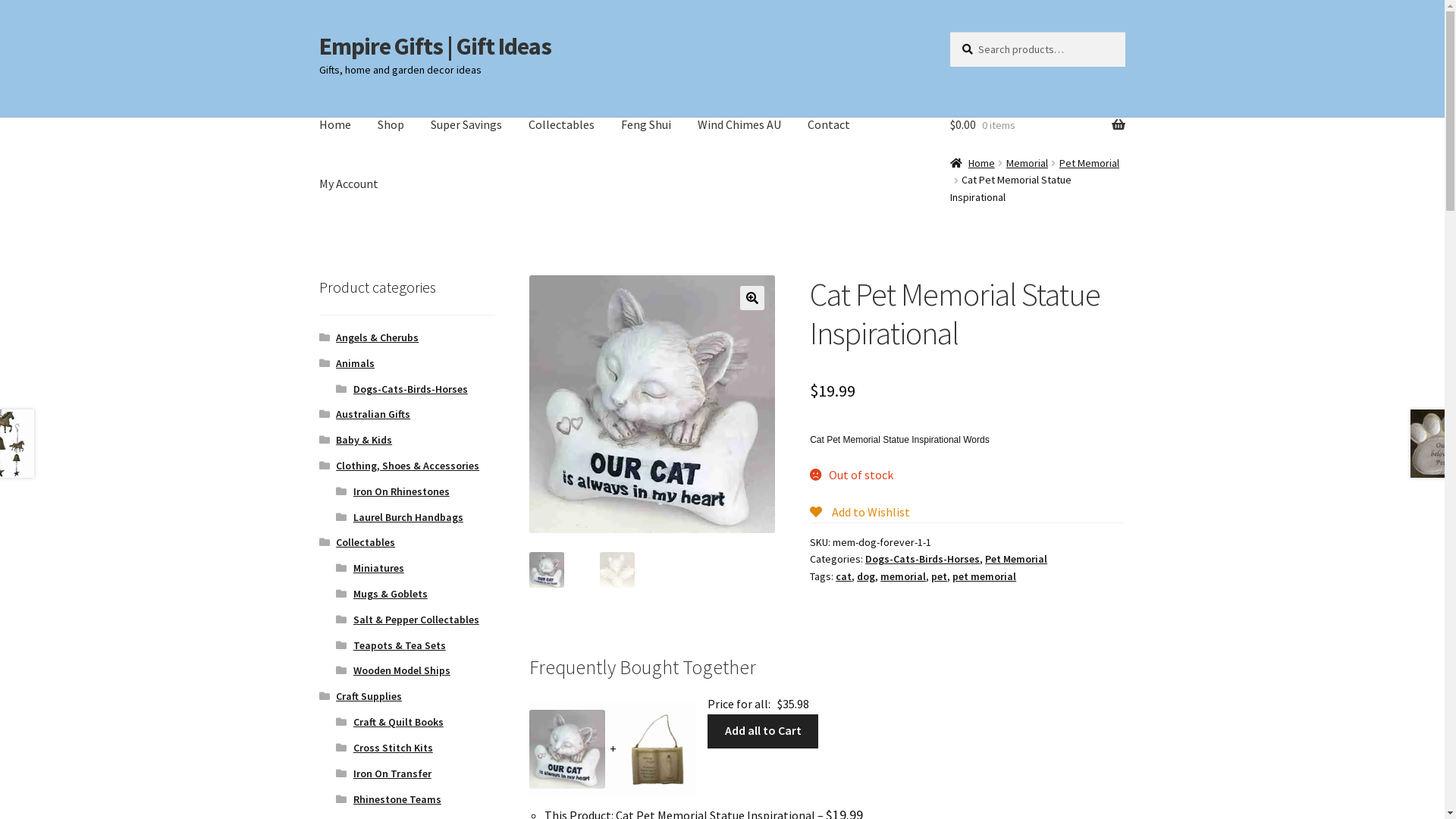 The image size is (1456, 819). Describe the element at coordinates (828, 124) in the screenshot. I see `'Contact'` at that location.